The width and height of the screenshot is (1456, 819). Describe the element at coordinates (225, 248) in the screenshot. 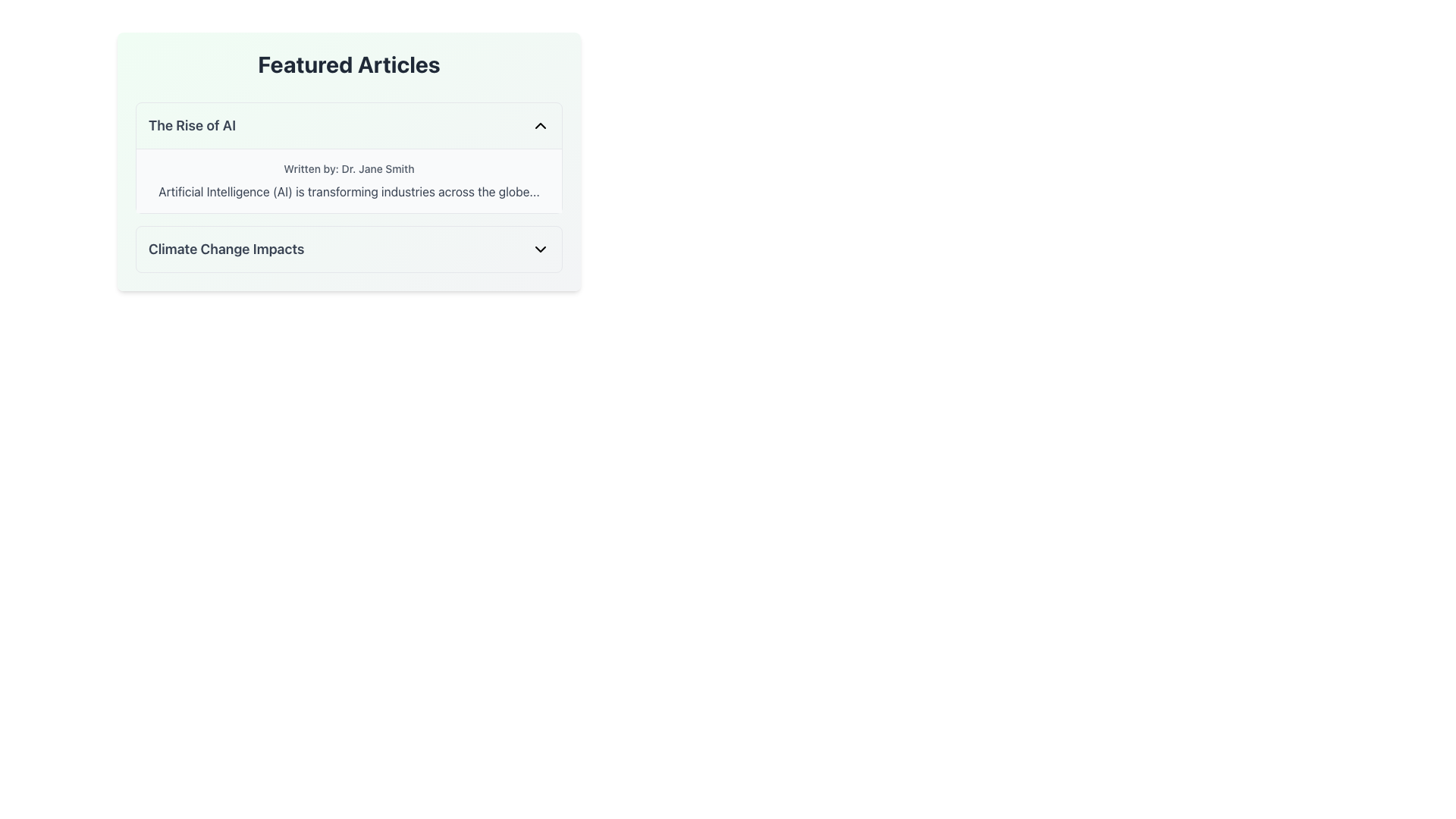

I see `the text label displaying 'Climate Change Impacts', which is styled in gray and positioned below the section titled 'The Rise of AI'` at that location.